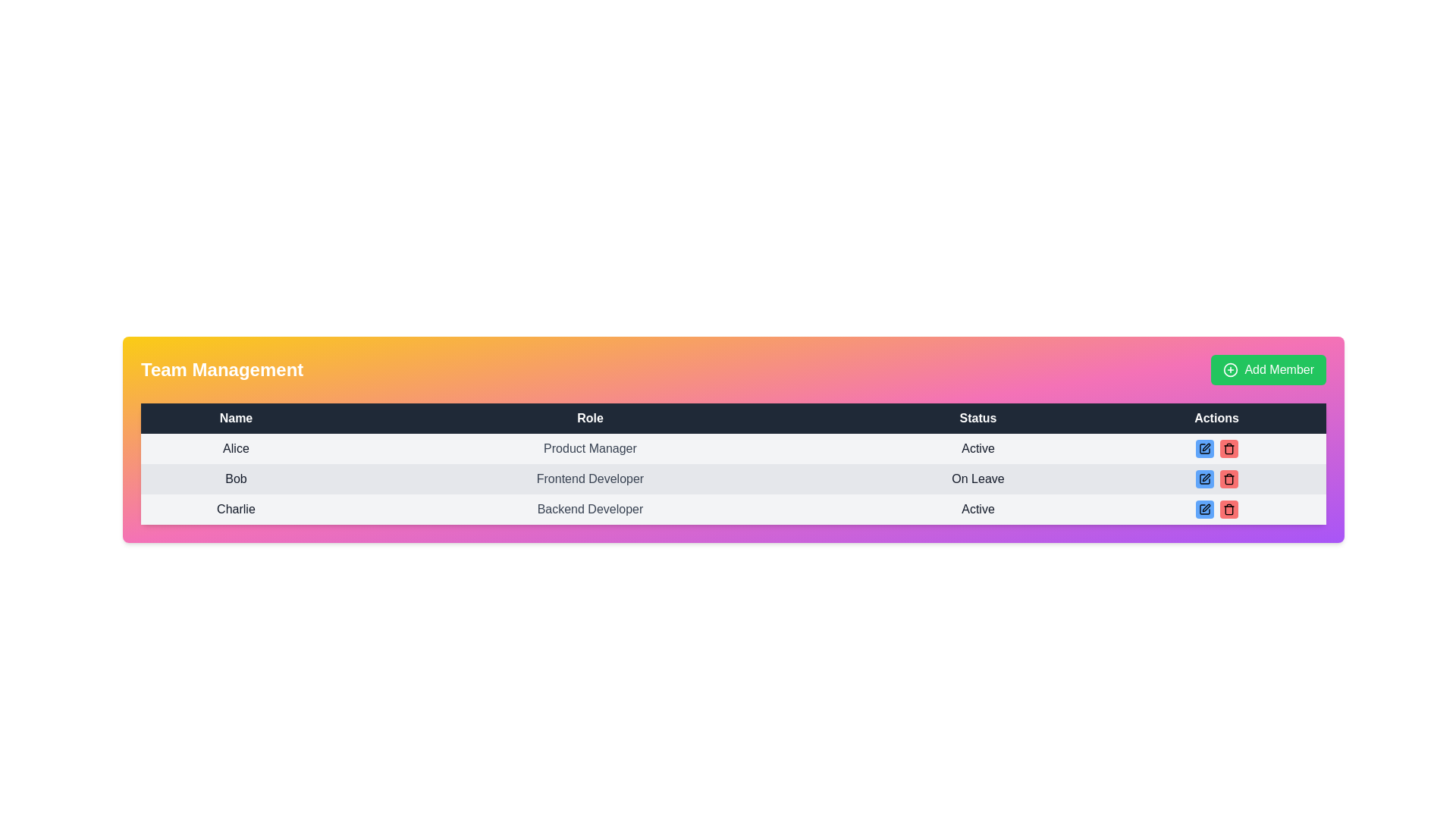 This screenshot has width=1456, height=819. I want to click on the edit icon in the 'Actions' column next to 'Bob' in the 'Frontend Developer' row in the 'Team Management' section, so click(1205, 476).